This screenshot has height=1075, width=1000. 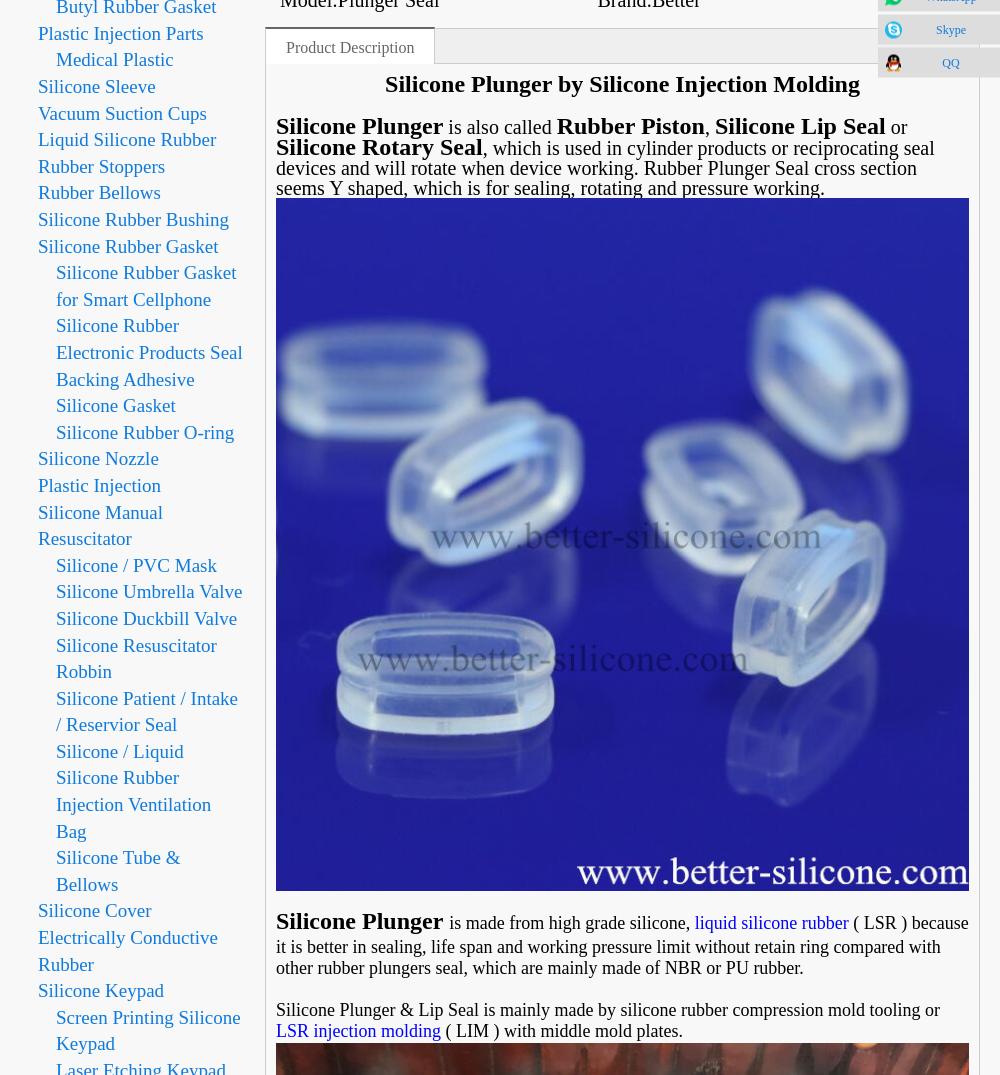 What do you see at coordinates (349, 48) in the screenshot?
I see `'Product Description'` at bounding box center [349, 48].